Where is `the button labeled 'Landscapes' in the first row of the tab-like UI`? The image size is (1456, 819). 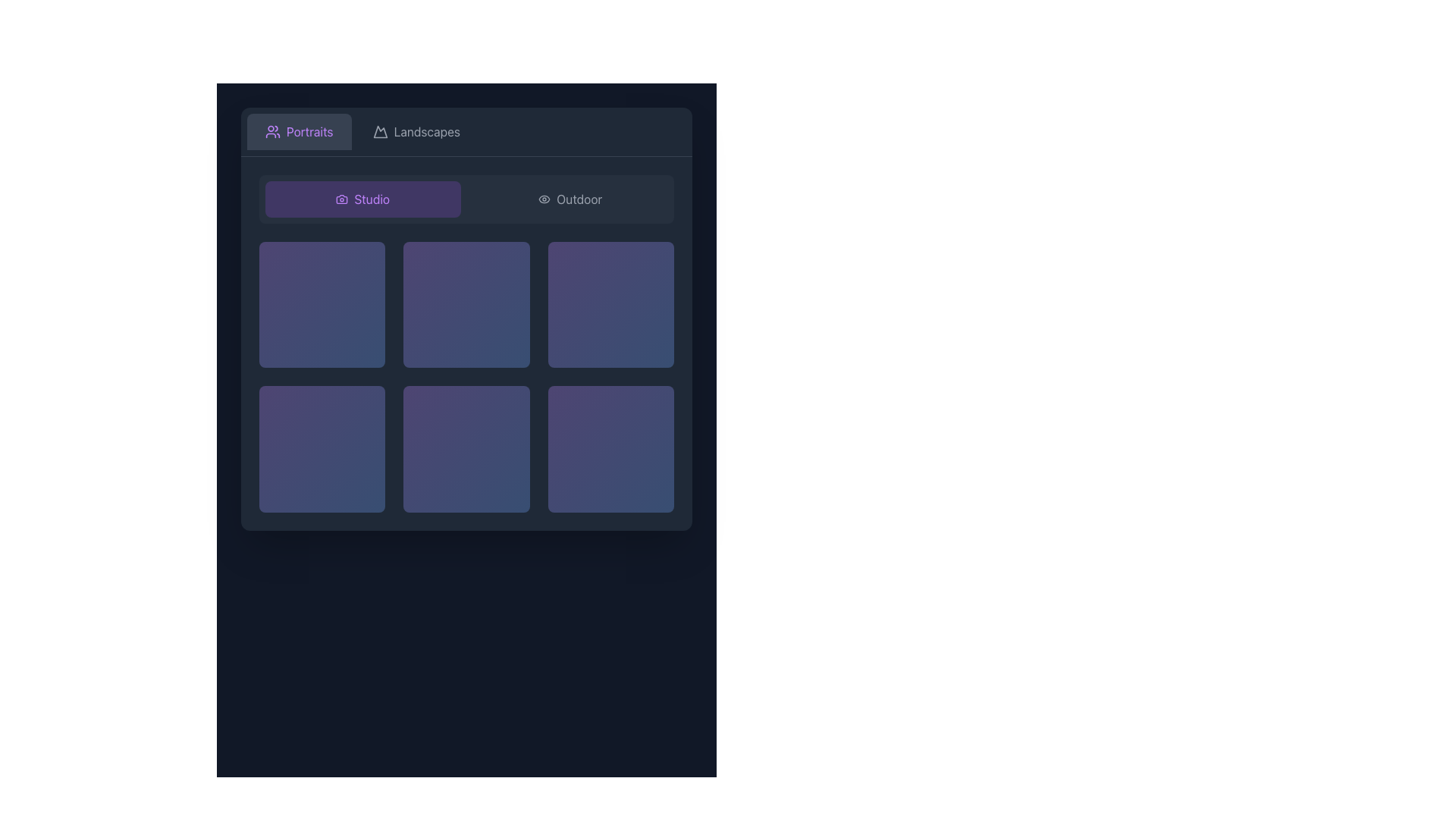
the button labeled 'Landscapes' in the first row of the tab-like UI is located at coordinates (416, 130).